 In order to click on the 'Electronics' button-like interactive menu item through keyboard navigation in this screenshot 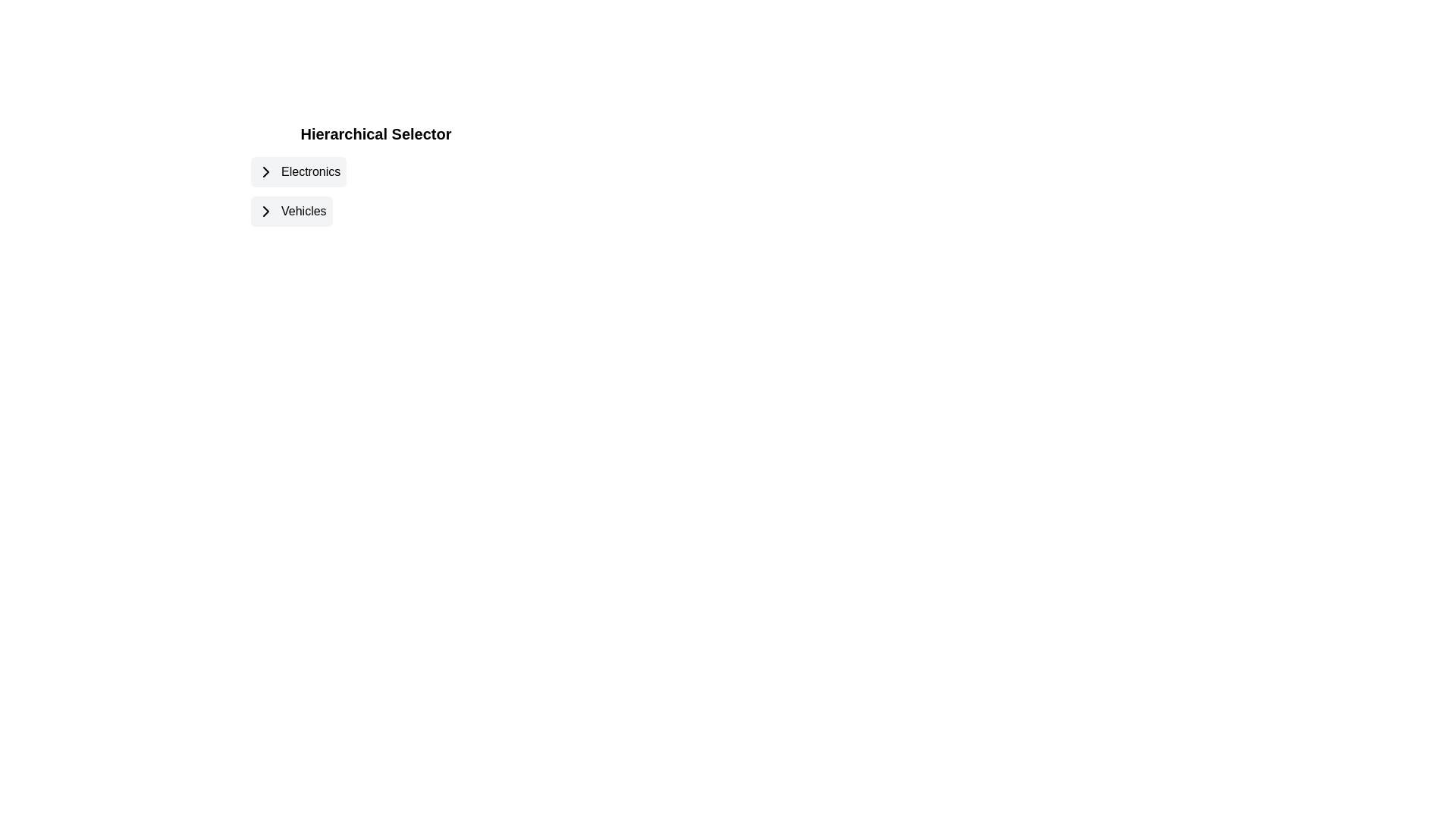, I will do `click(375, 171)`.